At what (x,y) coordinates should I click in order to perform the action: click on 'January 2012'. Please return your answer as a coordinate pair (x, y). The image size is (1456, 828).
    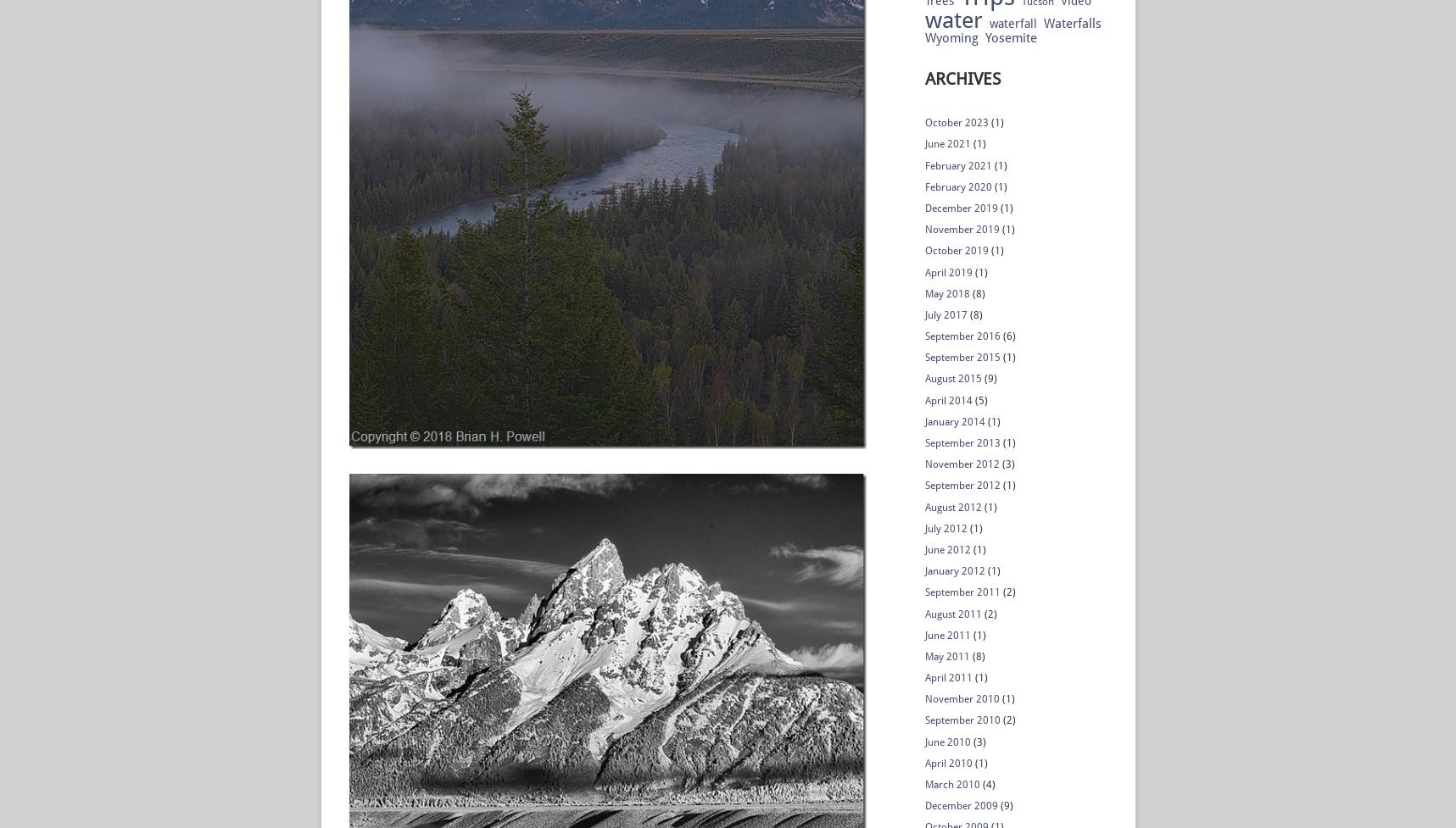
    Looking at the image, I should click on (954, 571).